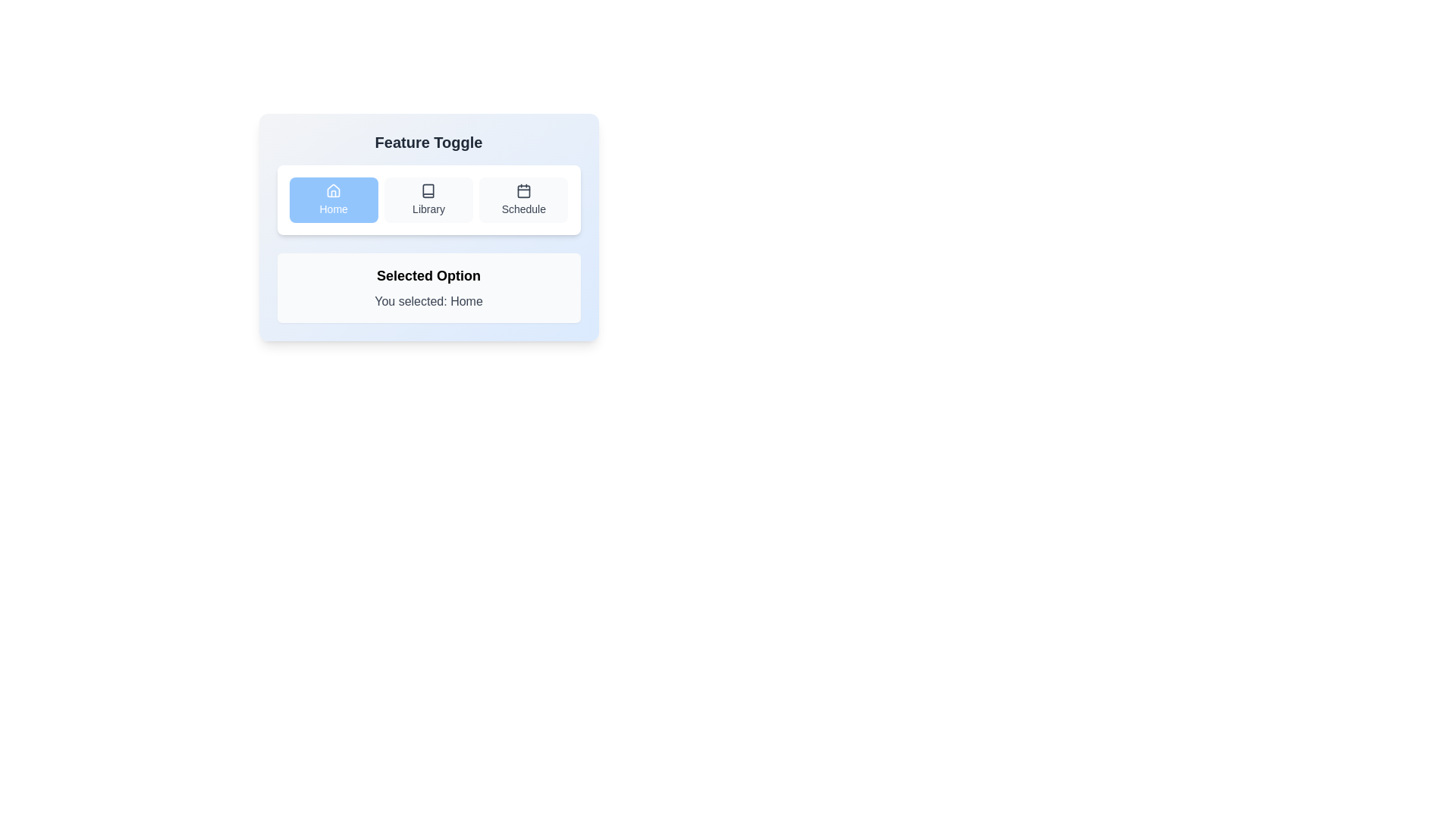 Image resolution: width=1456 pixels, height=819 pixels. Describe the element at coordinates (428, 199) in the screenshot. I see `the 'Library' button which is centrally positioned between 'Home' and 'Schedule' toggle options for keyboard navigation` at that location.